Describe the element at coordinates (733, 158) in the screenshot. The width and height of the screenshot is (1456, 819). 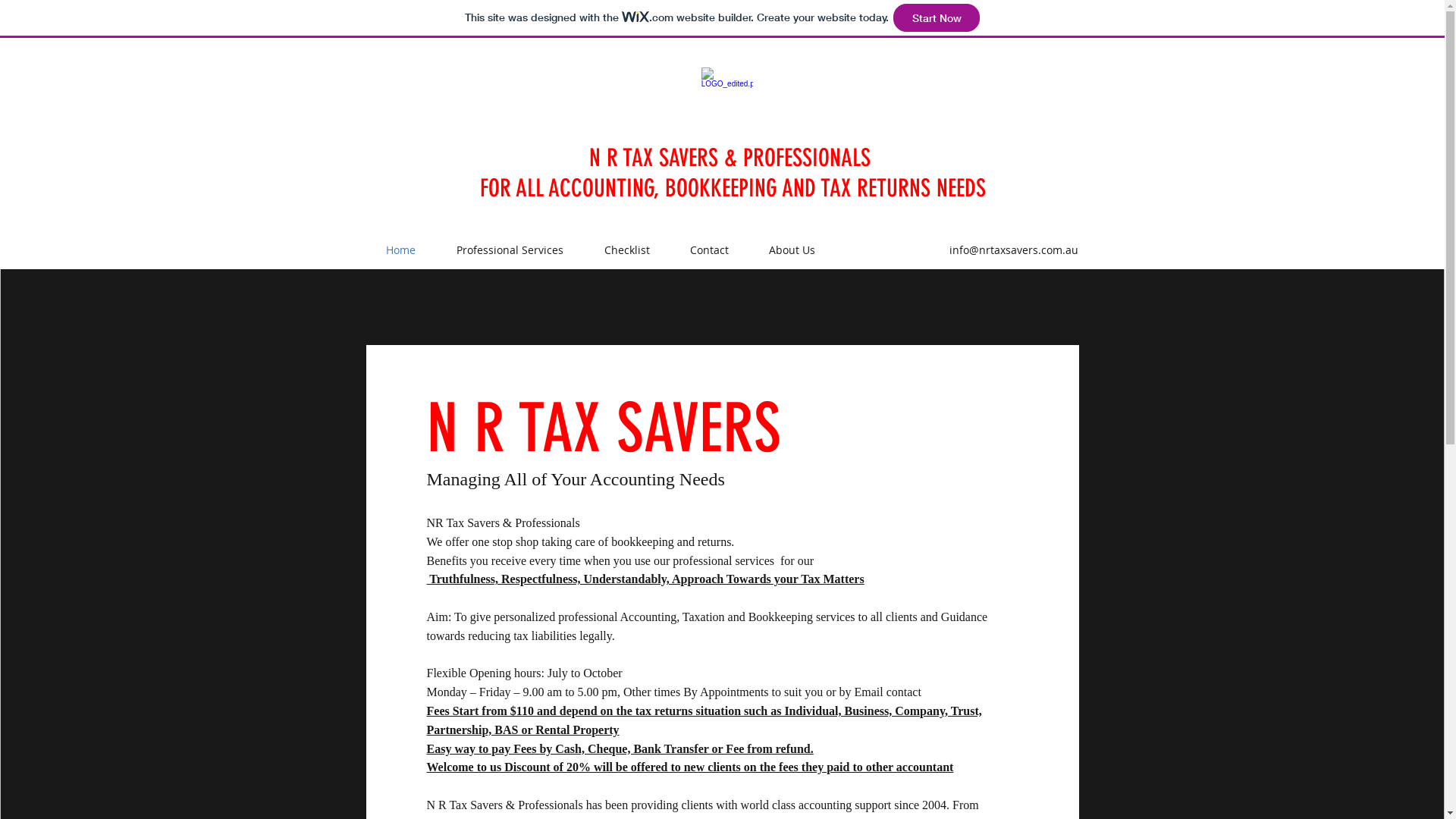
I see `'N R TAX SAVERS & PROFESSIONALS '` at that location.